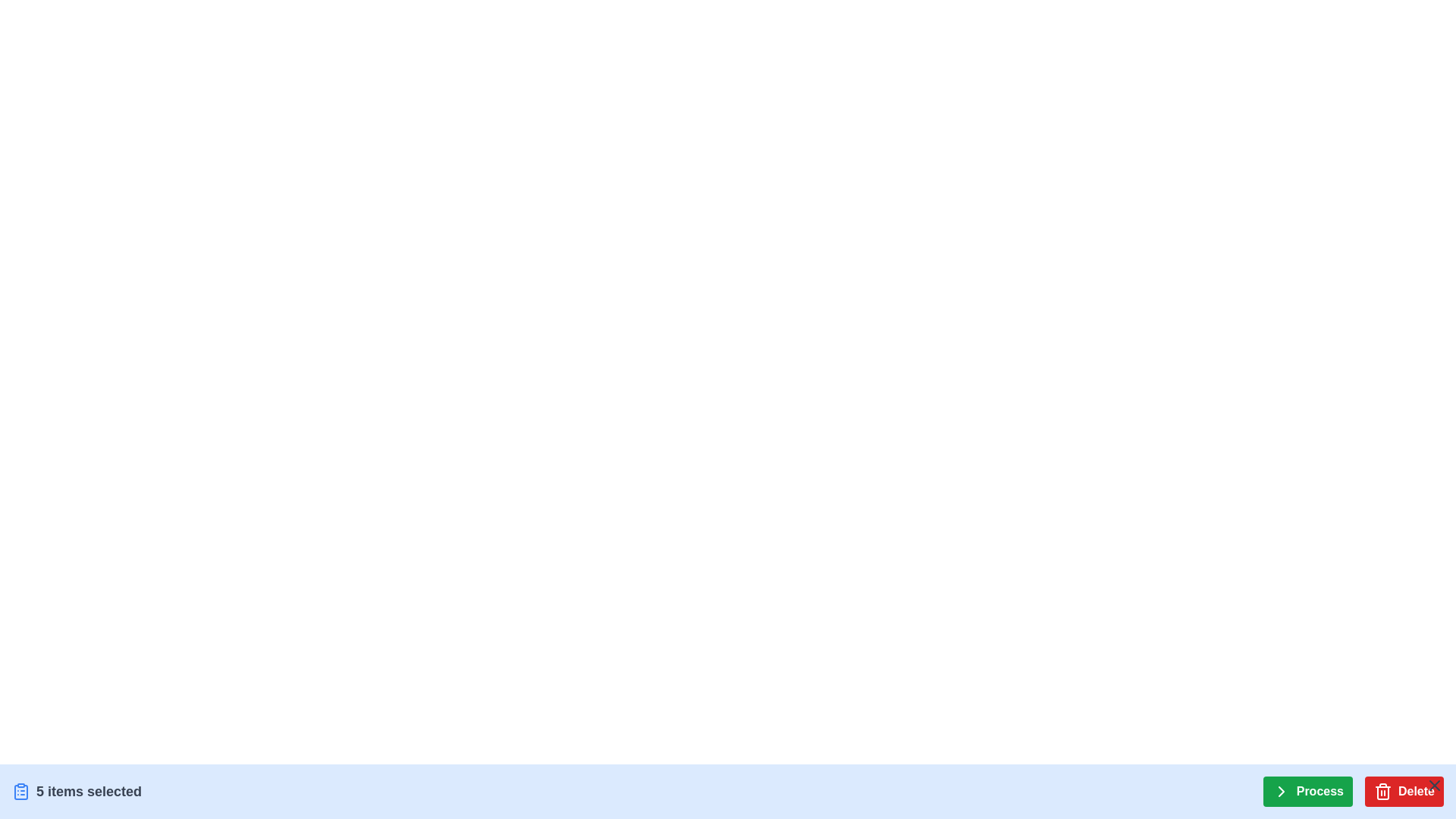 This screenshot has height=819, width=1456. Describe the element at coordinates (21, 791) in the screenshot. I see `the clipboard icon, which symbolizes the selection of items and is located at the leftmost part of the layout` at that location.